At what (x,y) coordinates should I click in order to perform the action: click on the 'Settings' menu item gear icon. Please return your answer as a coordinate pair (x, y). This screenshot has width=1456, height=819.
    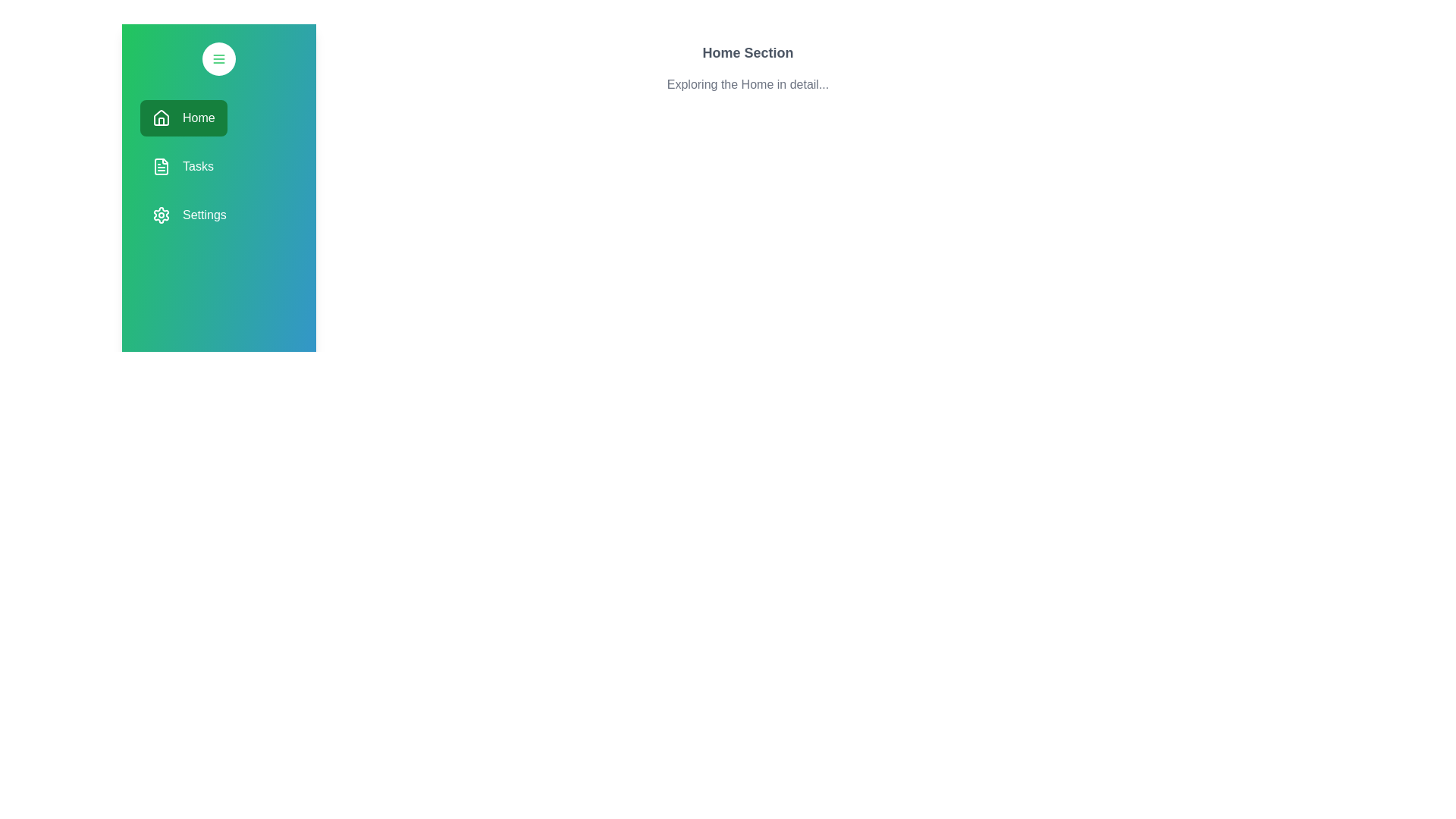
    Looking at the image, I should click on (161, 215).